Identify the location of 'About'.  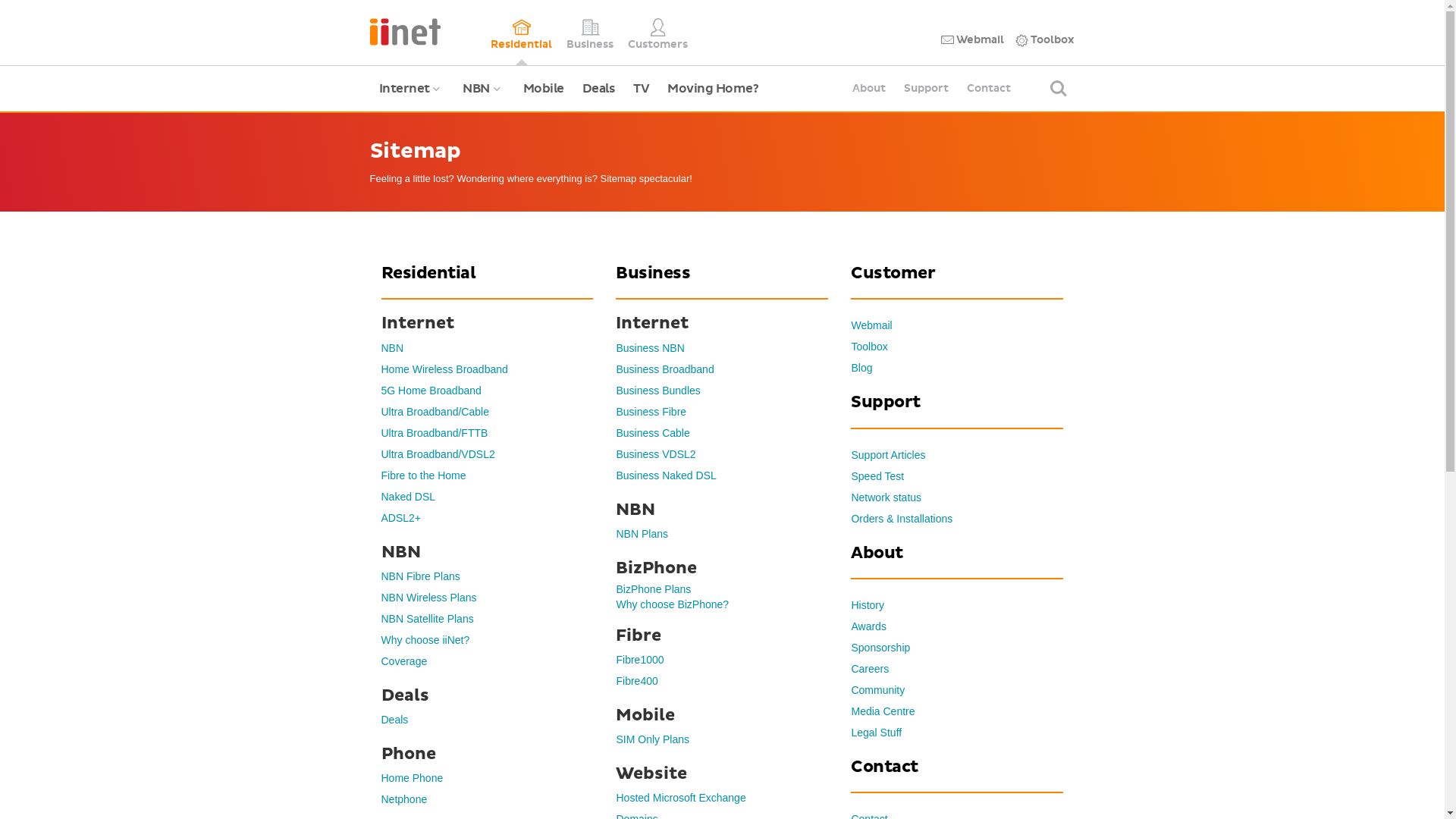
(843, 88).